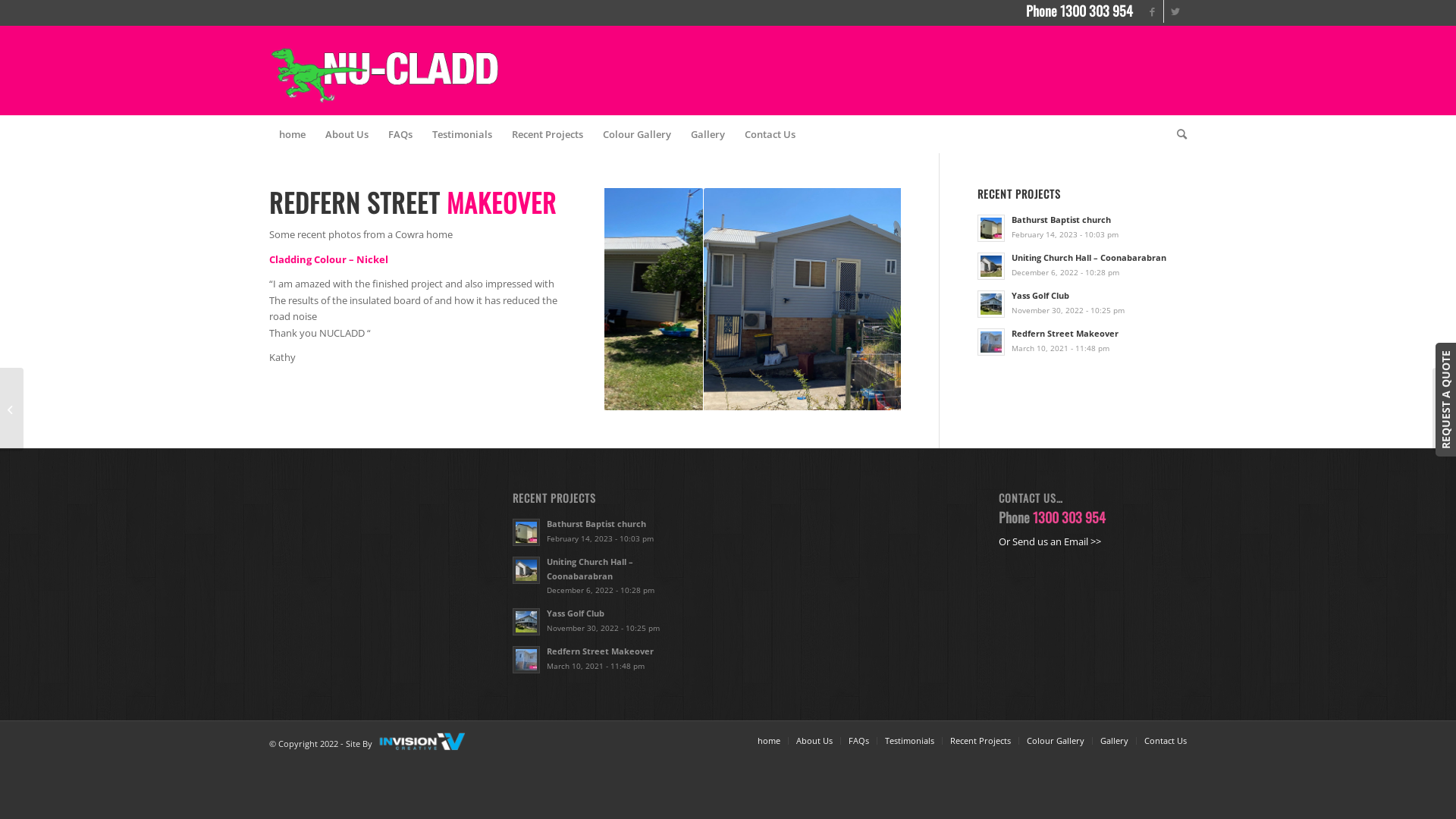  I want to click on 'Contact Us', so click(770, 133).